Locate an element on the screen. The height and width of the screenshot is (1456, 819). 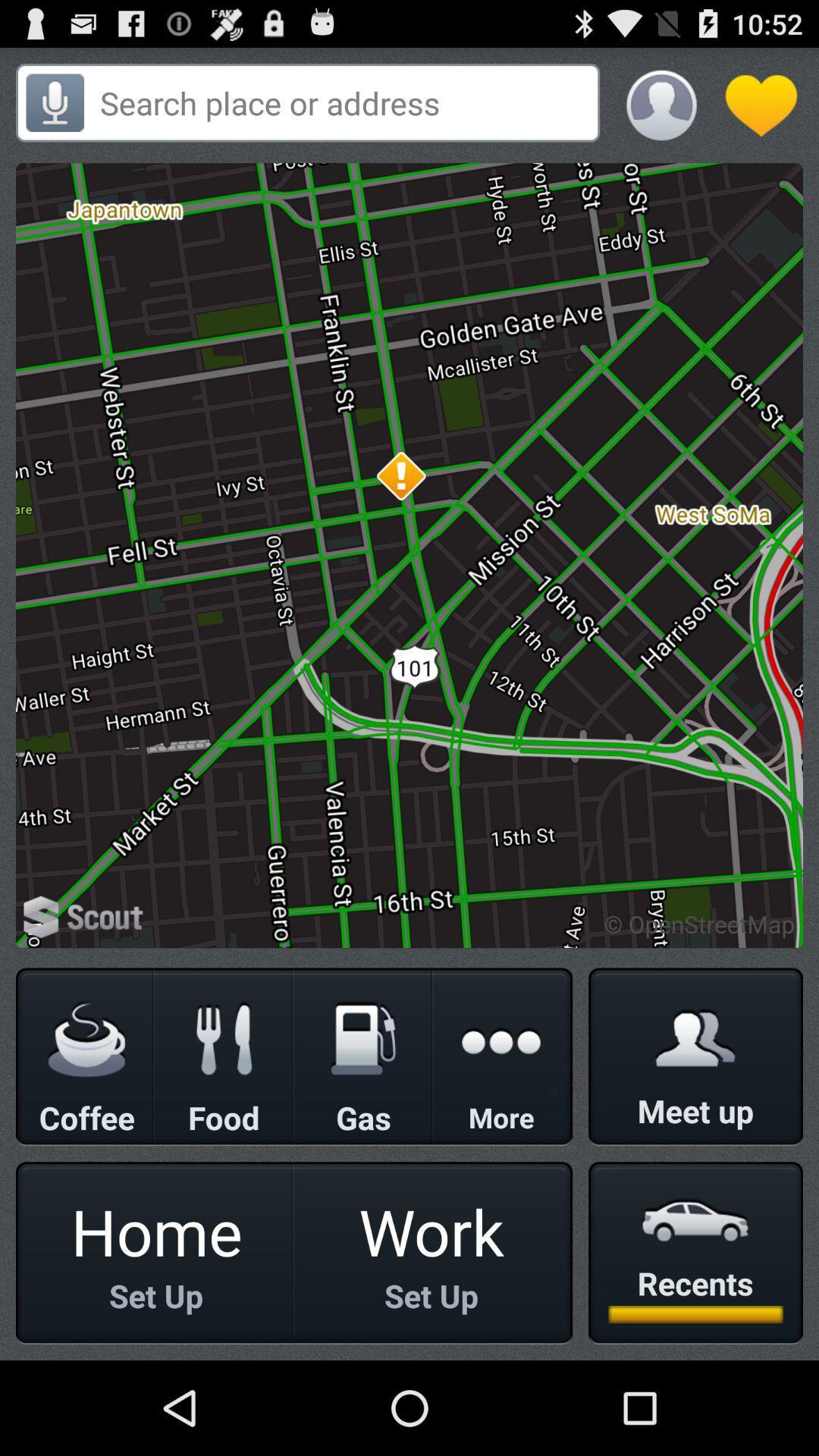
the icon which is above the food option is located at coordinates (224, 1039).